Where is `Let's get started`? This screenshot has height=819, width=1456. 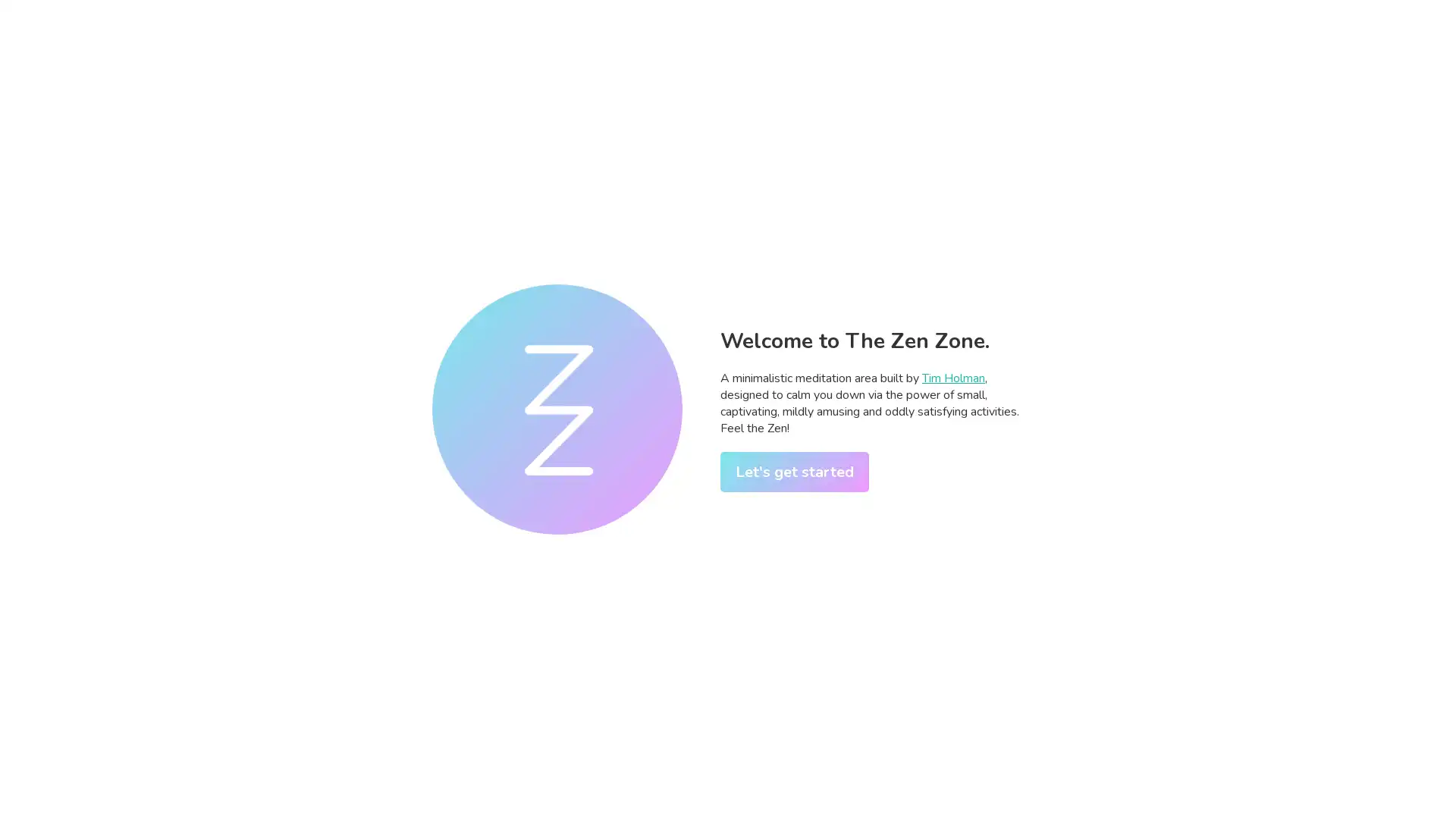 Let's get started is located at coordinates (793, 470).